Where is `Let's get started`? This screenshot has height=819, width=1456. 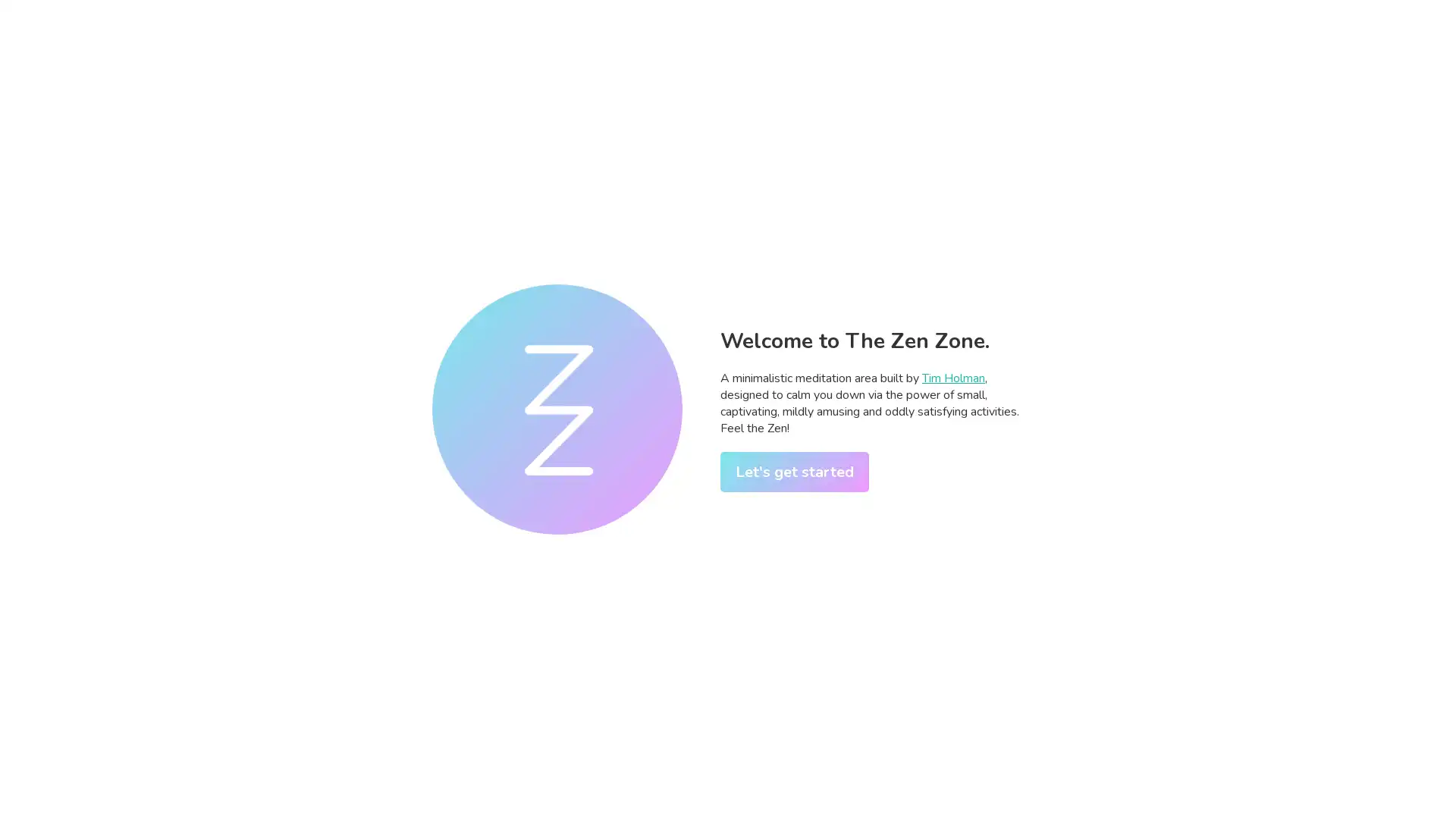 Let's get started is located at coordinates (793, 470).